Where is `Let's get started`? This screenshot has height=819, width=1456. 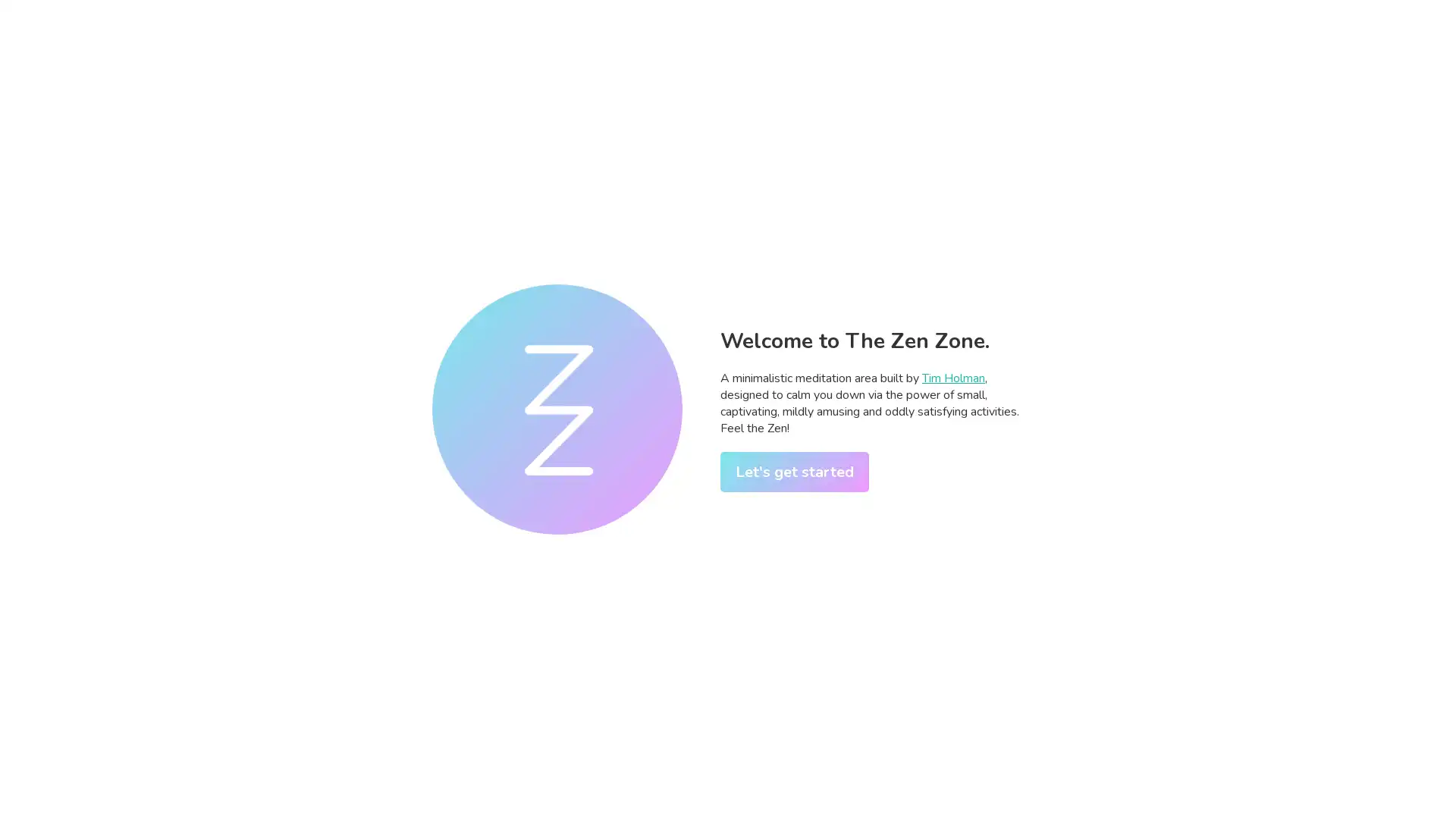 Let's get started is located at coordinates (793, 470).